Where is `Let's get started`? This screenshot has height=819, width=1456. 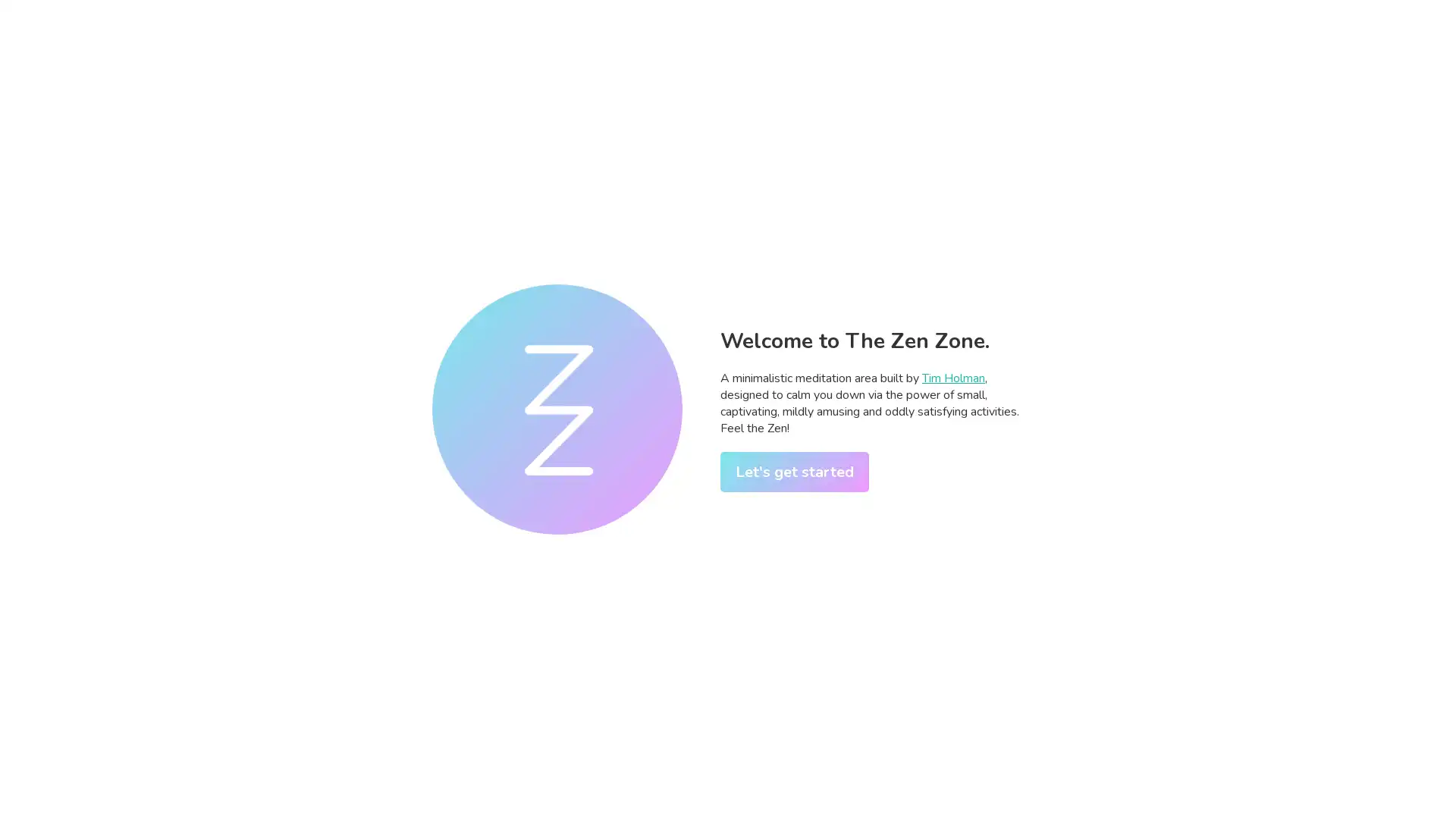 Let's get started is located at coordinates (793, 470).